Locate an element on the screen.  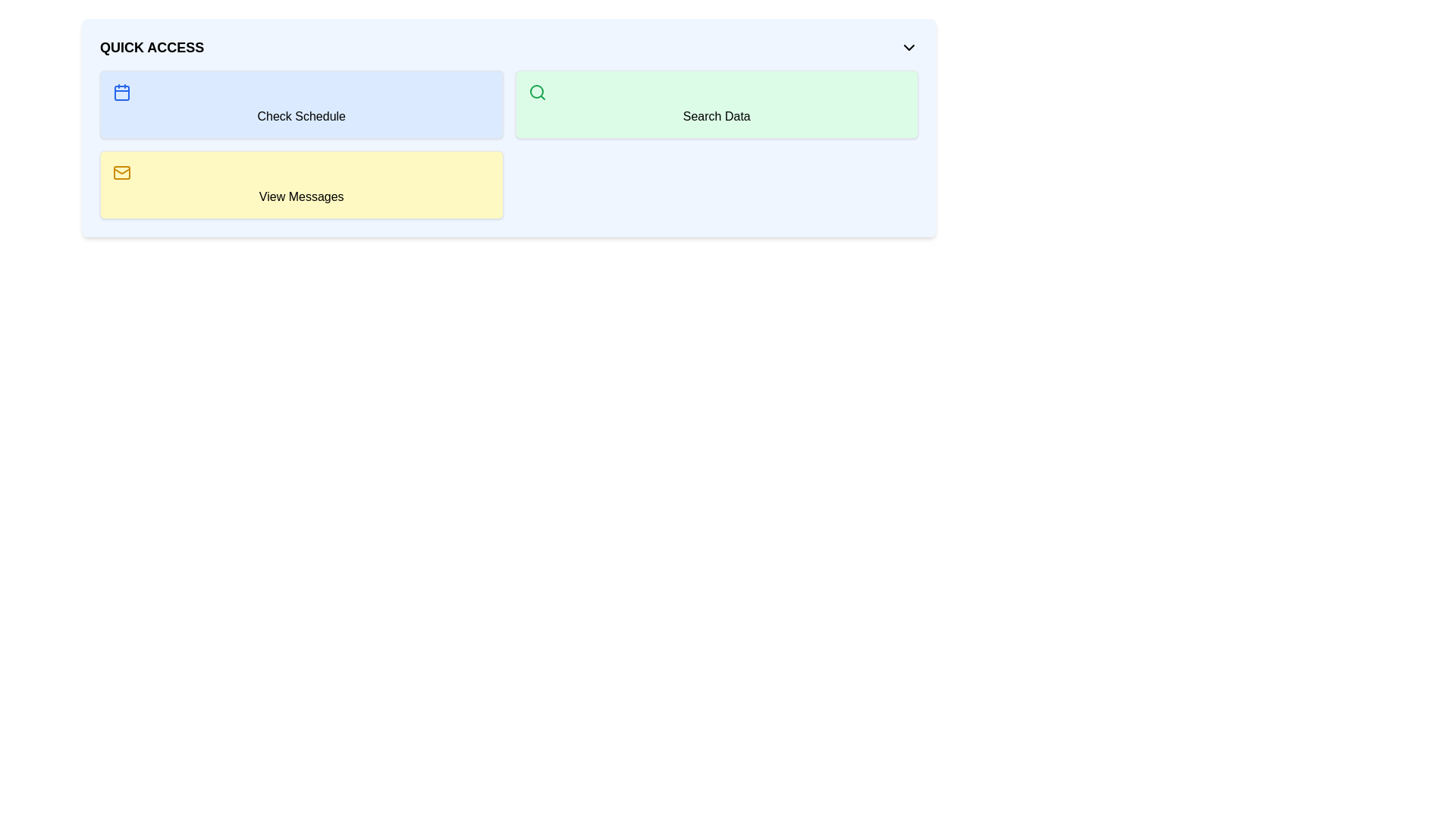
the downward-facing triangle button resembling a dropdown arrow located at the top-right corner of the 'Quick Access' section is located at coordinates (909, 46).